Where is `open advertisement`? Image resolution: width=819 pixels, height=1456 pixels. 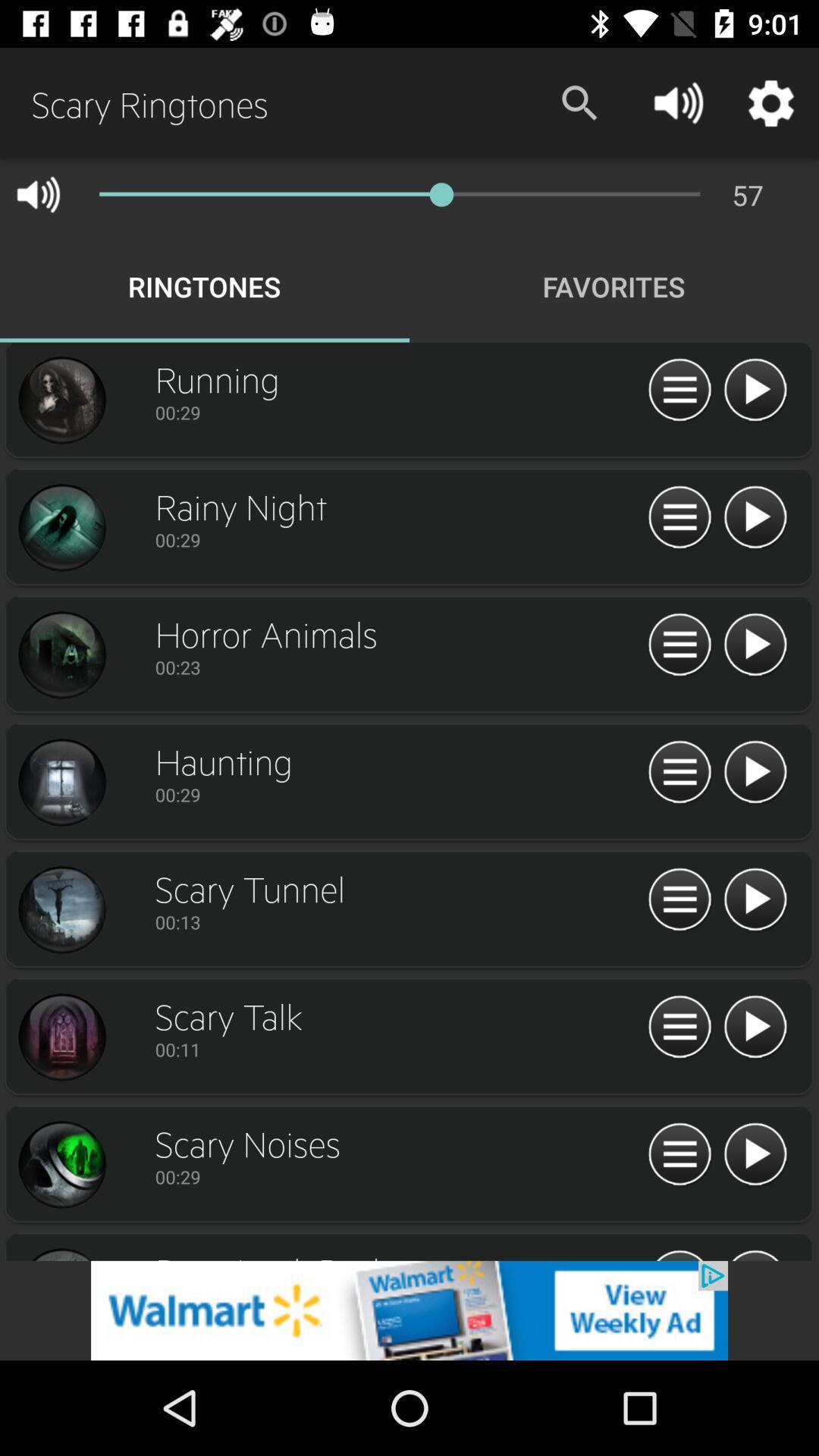
open advertisement is located at coordinates (409, 1310).